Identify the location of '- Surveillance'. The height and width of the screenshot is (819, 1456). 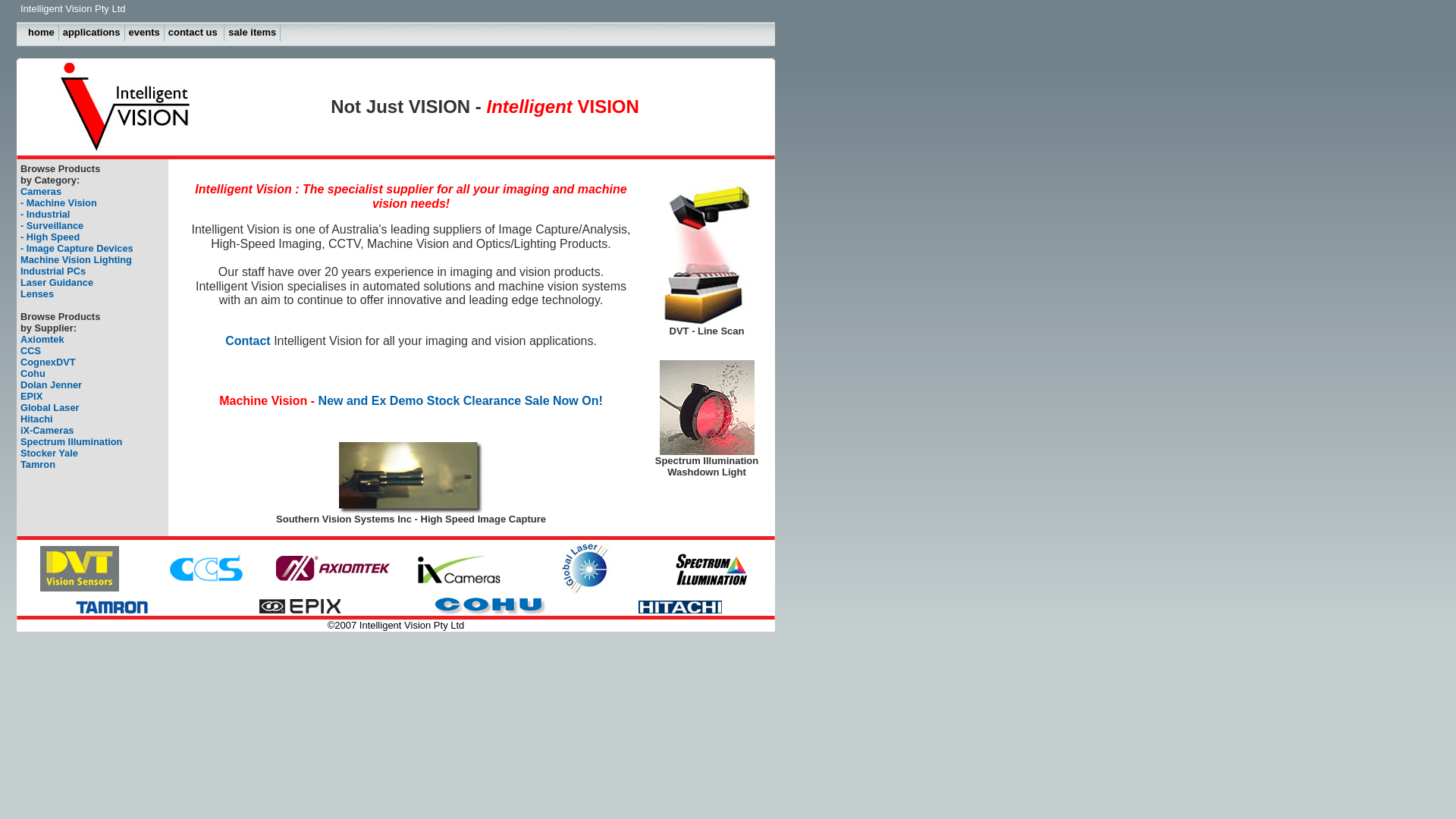
(52, 225).